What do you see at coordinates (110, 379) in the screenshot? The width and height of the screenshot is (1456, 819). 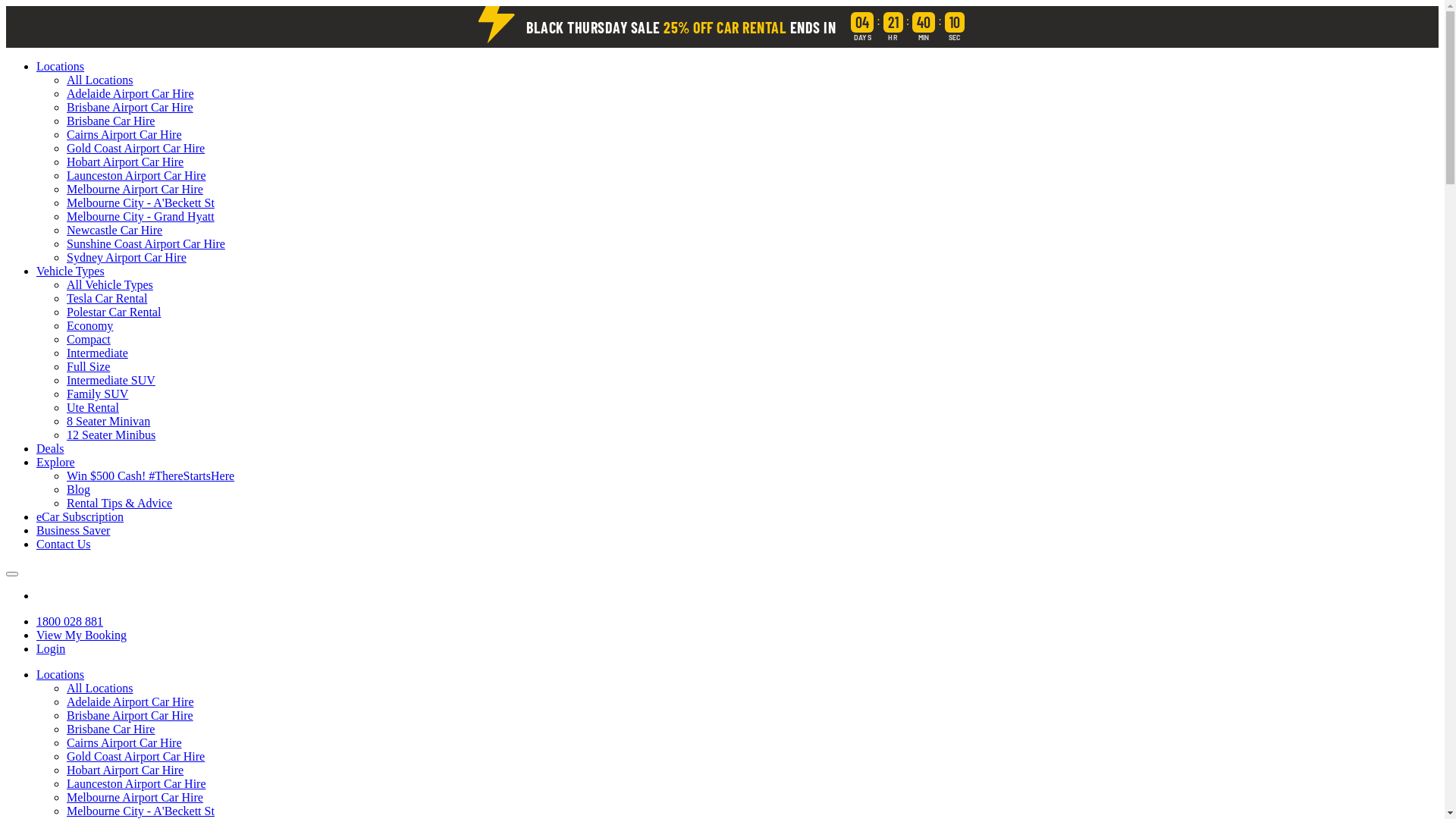 I see `'Intermediate SUV'` at bounding box center [110, 379].